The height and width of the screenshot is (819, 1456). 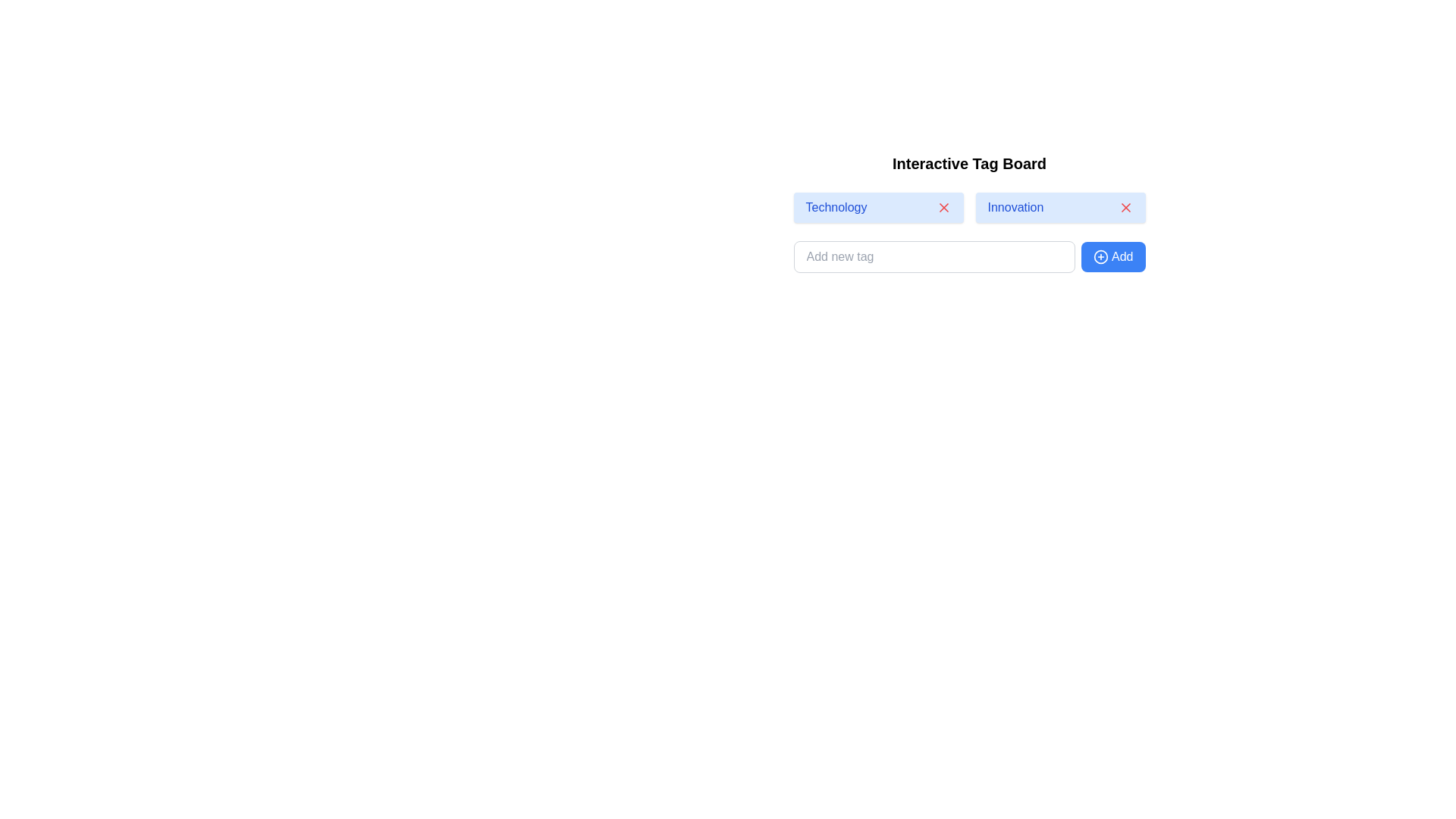 I want to click on the blue button with rounded corners that has a white plus icon and the text 'Add' to the right of the 'Add new tag' input field, so click(x=1113, y=256).